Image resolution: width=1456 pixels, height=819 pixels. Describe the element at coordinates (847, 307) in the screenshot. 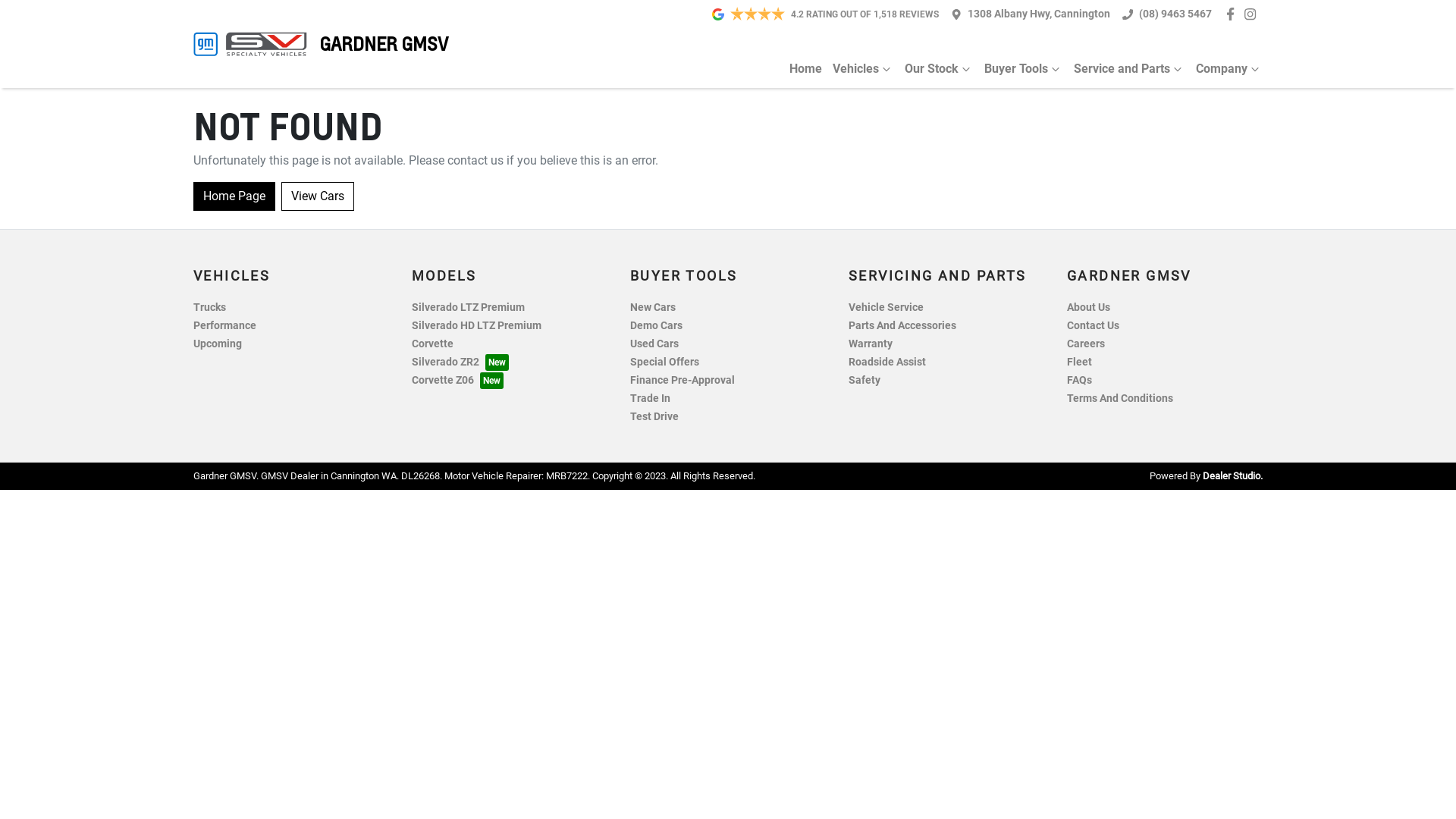

I see `'Vehicle Service'` at that location.